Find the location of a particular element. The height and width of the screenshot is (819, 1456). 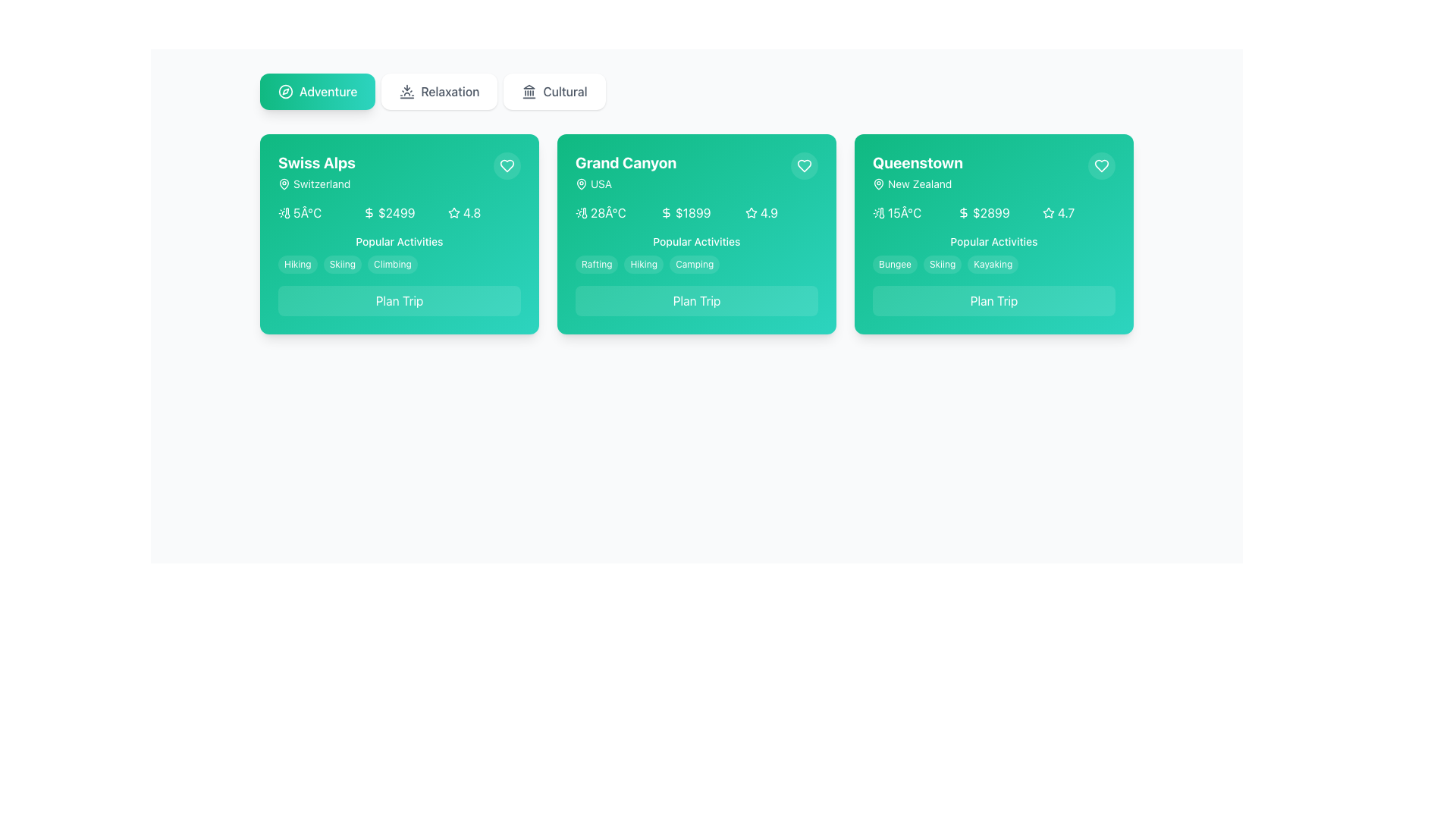

text label indicating the name of the place 'Swiss Alps' and its country 'Switzerland', located in the top-left of the first card is located at coordinates (315, 171).